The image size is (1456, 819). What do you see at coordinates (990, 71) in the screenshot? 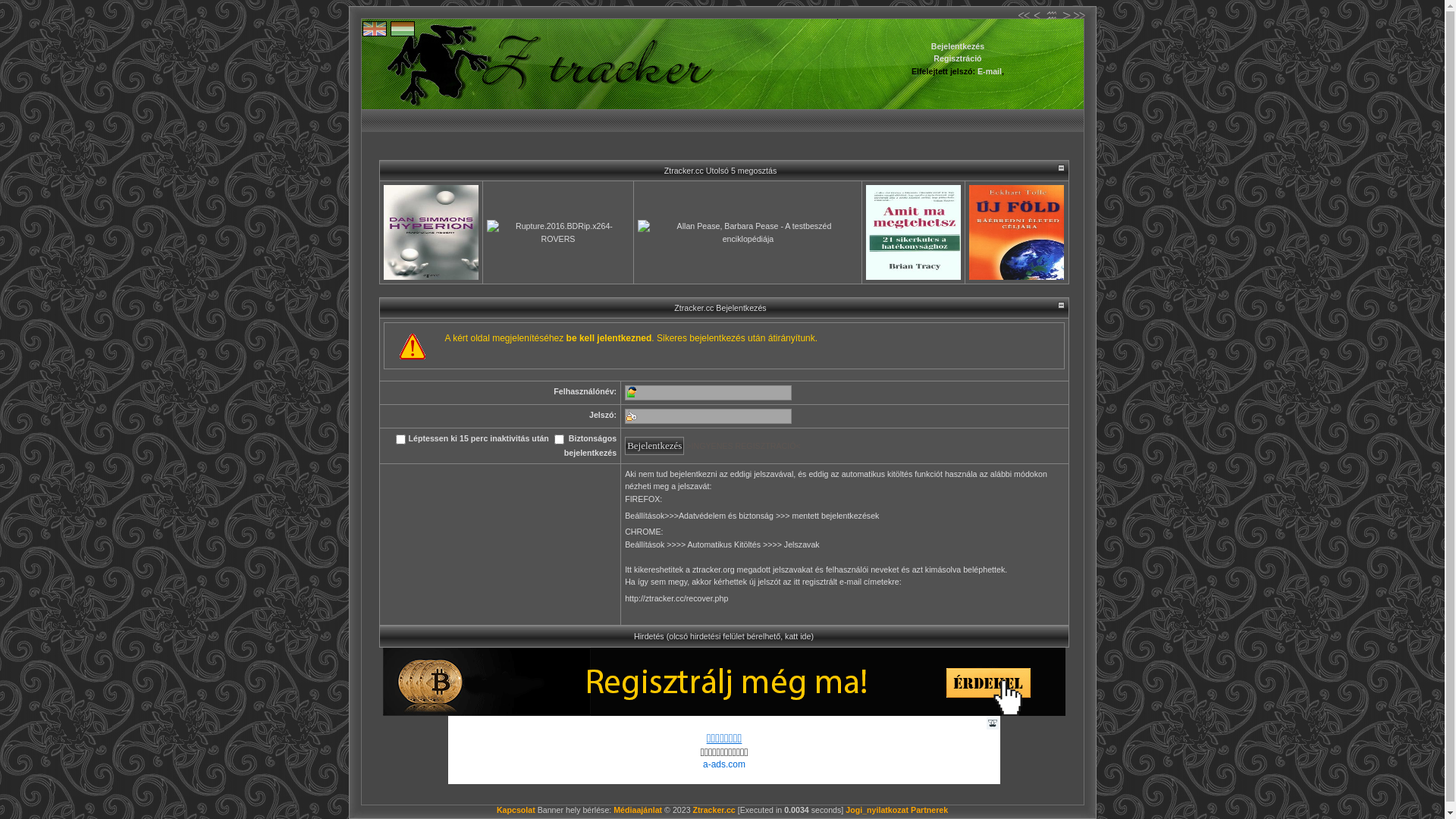
I see `'E-mail'` at bounding box center [990, 71].